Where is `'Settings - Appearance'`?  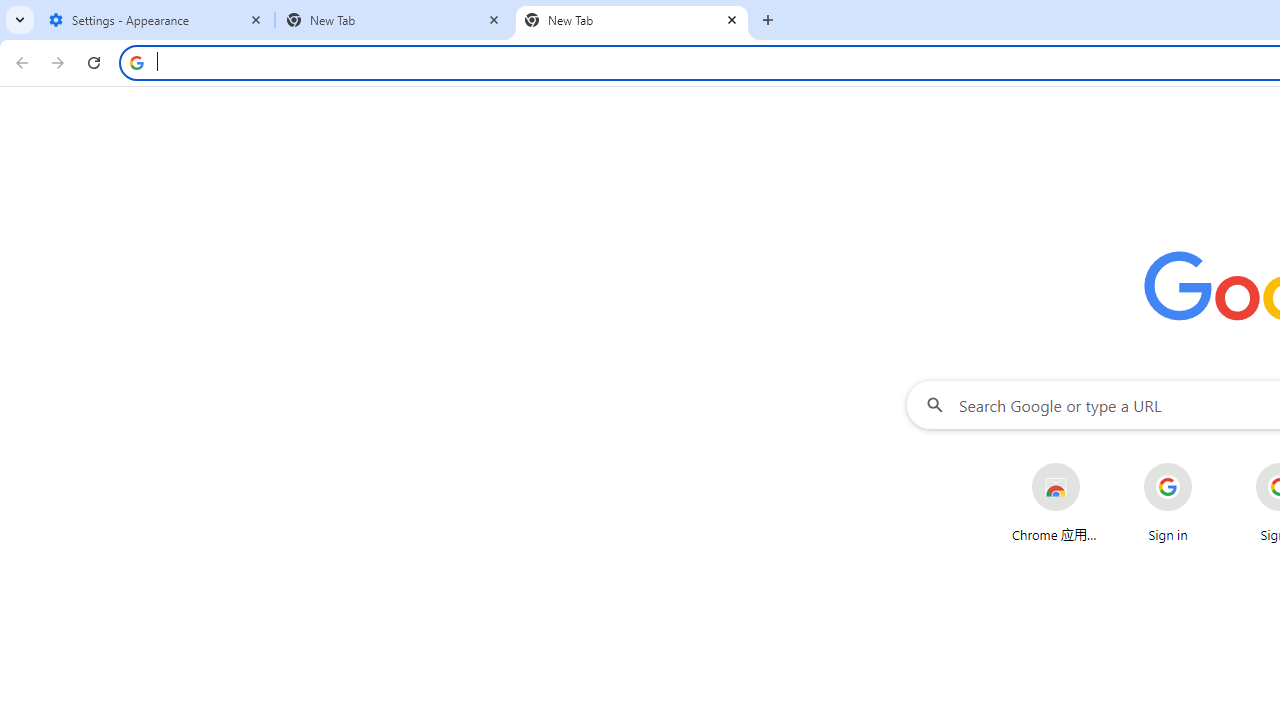 'Settings - Appearance' is located at coordinates (155, 20).